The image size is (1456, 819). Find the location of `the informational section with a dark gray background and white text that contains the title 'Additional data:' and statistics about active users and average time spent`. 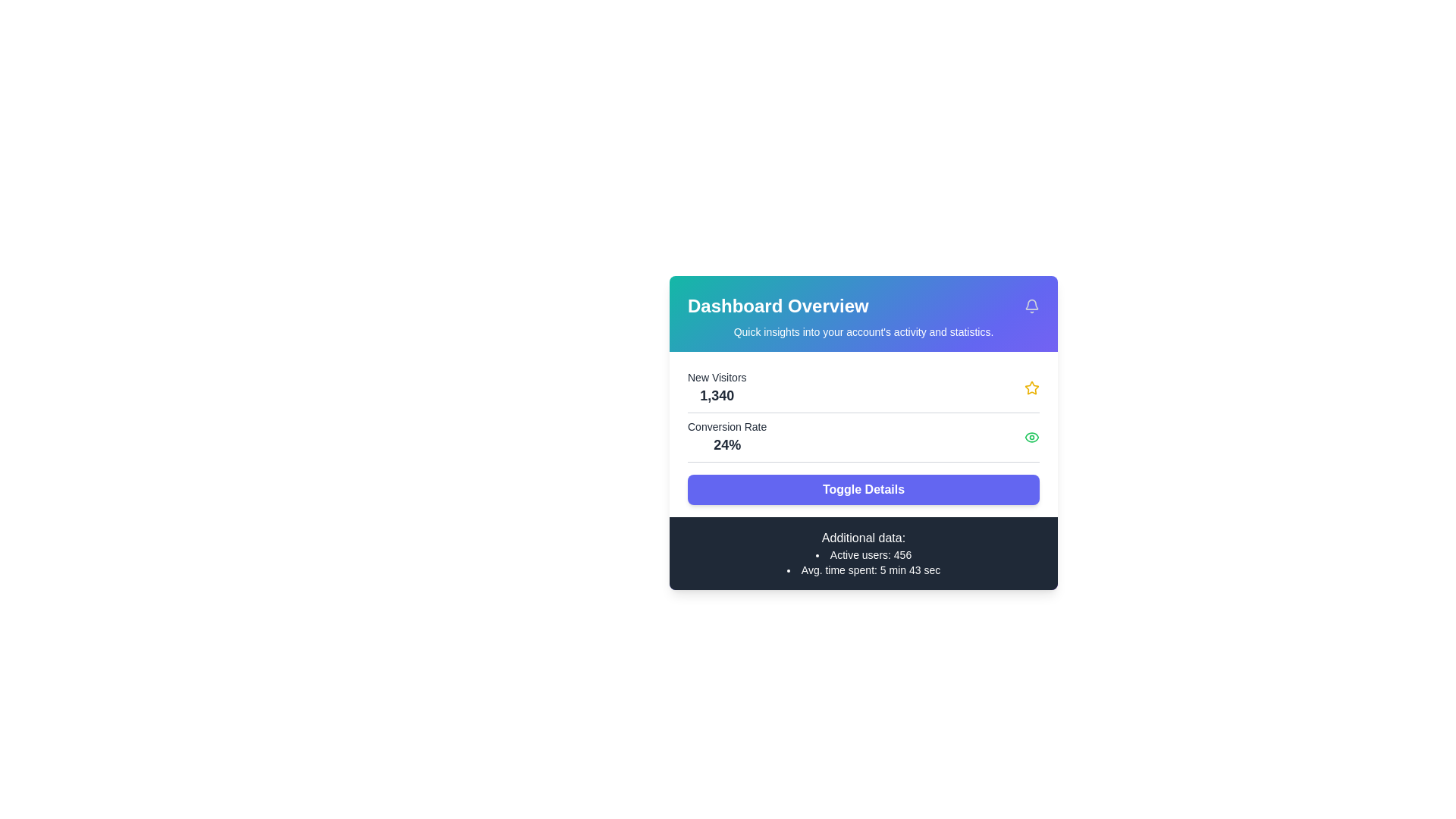

the informational section with a dark gray background and white text that contains the title 'Additional data:' and statistics about active users and average time spent is located at coordinates (863, 553).